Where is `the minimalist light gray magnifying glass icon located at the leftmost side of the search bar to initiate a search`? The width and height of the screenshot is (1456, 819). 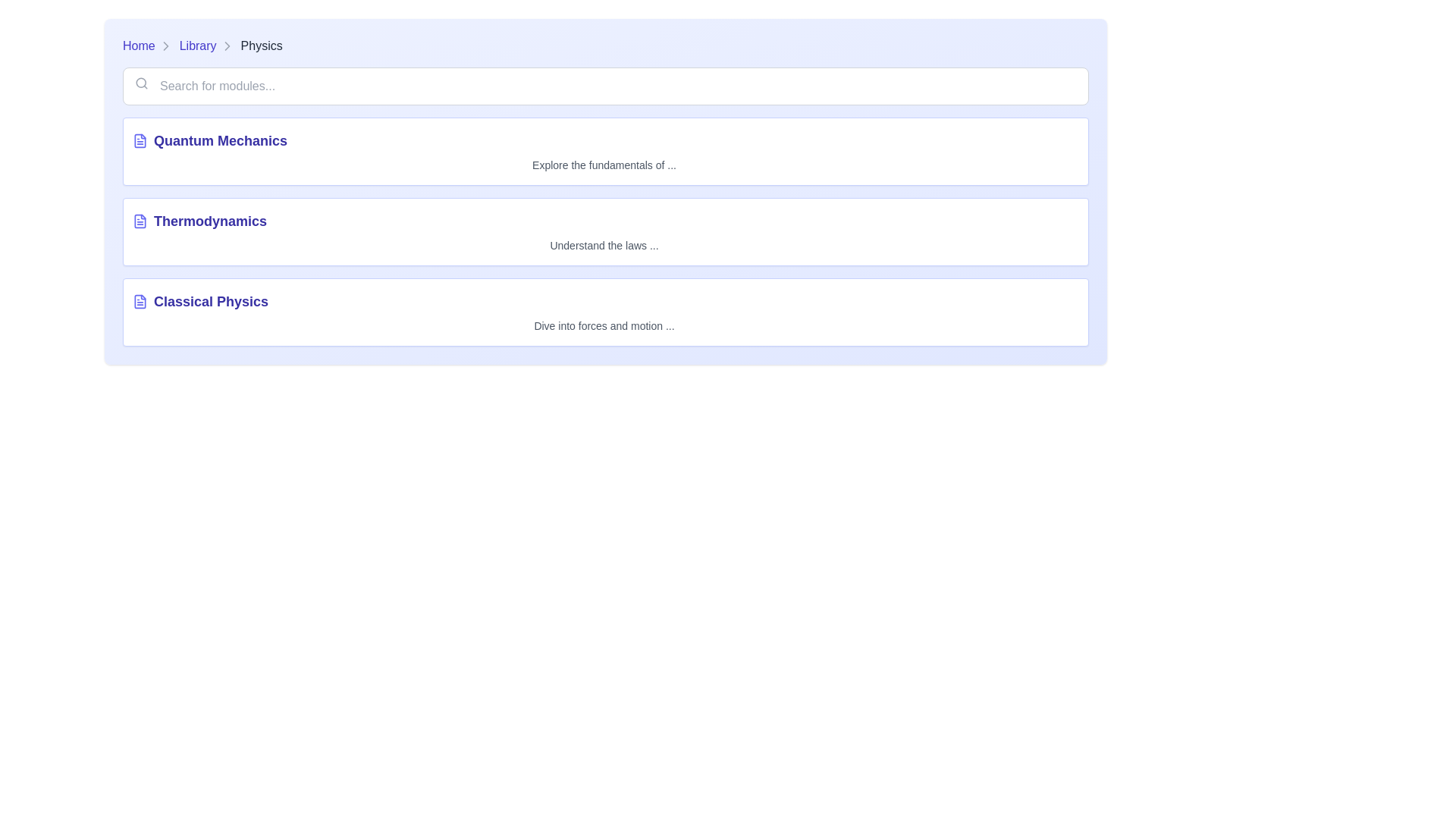
the minimalist light gray magnifying glass icon located at the leftmost side of the search bar to initiate a search is located at coordinates (142, 83).